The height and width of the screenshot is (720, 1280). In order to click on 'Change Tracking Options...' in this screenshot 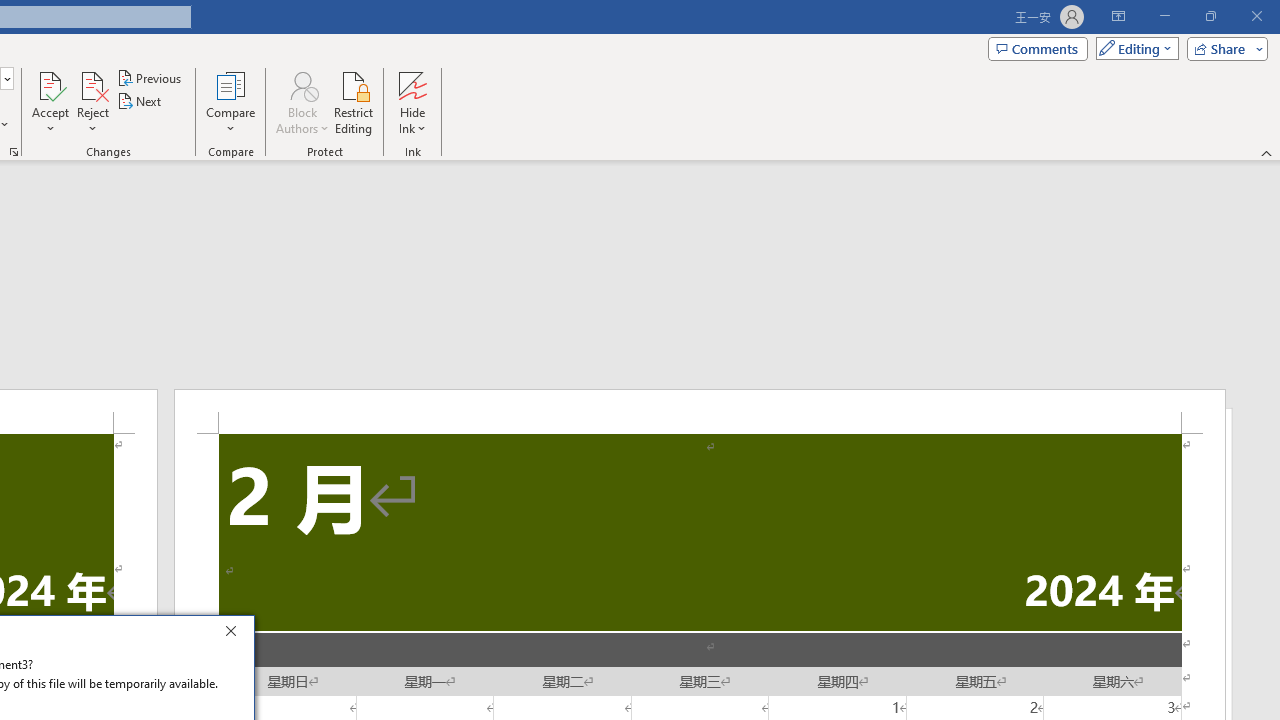, I will do `click(14, 150)`.